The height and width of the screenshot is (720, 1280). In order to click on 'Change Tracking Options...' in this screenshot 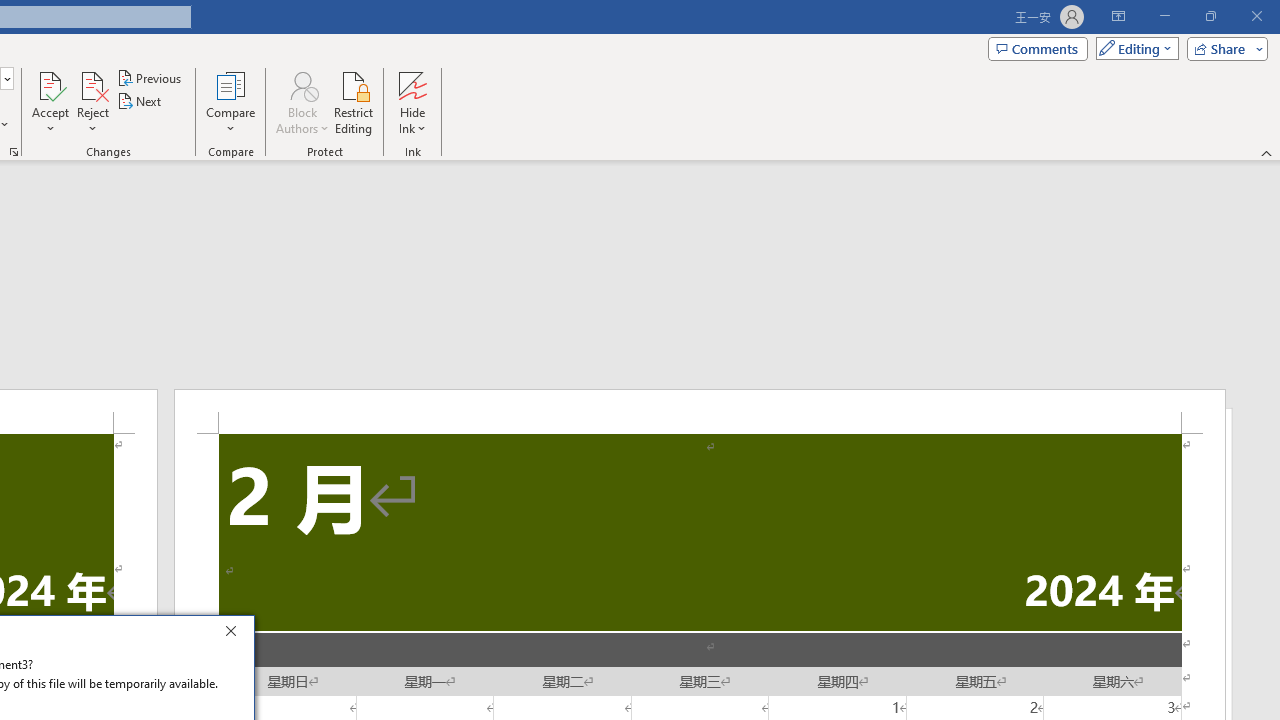, I will do `click(14, 150)`.